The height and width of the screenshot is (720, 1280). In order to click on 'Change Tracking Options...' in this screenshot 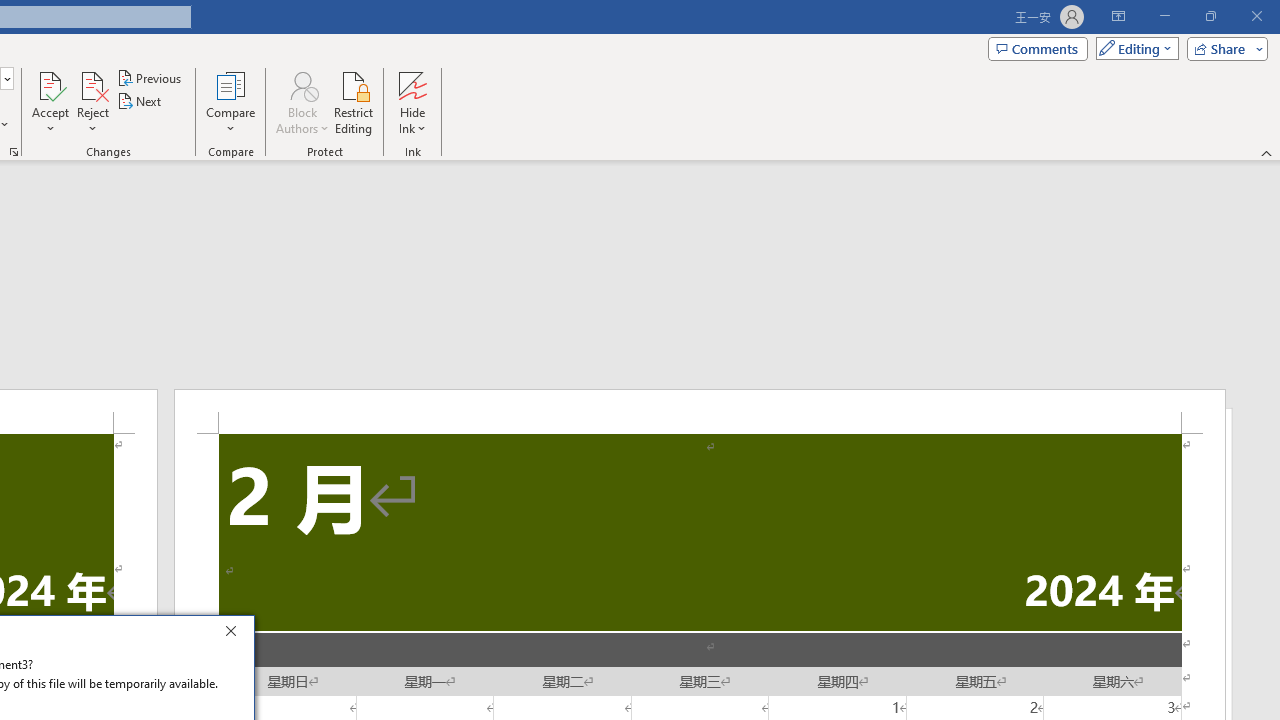, I will do `click(14, 150)`.